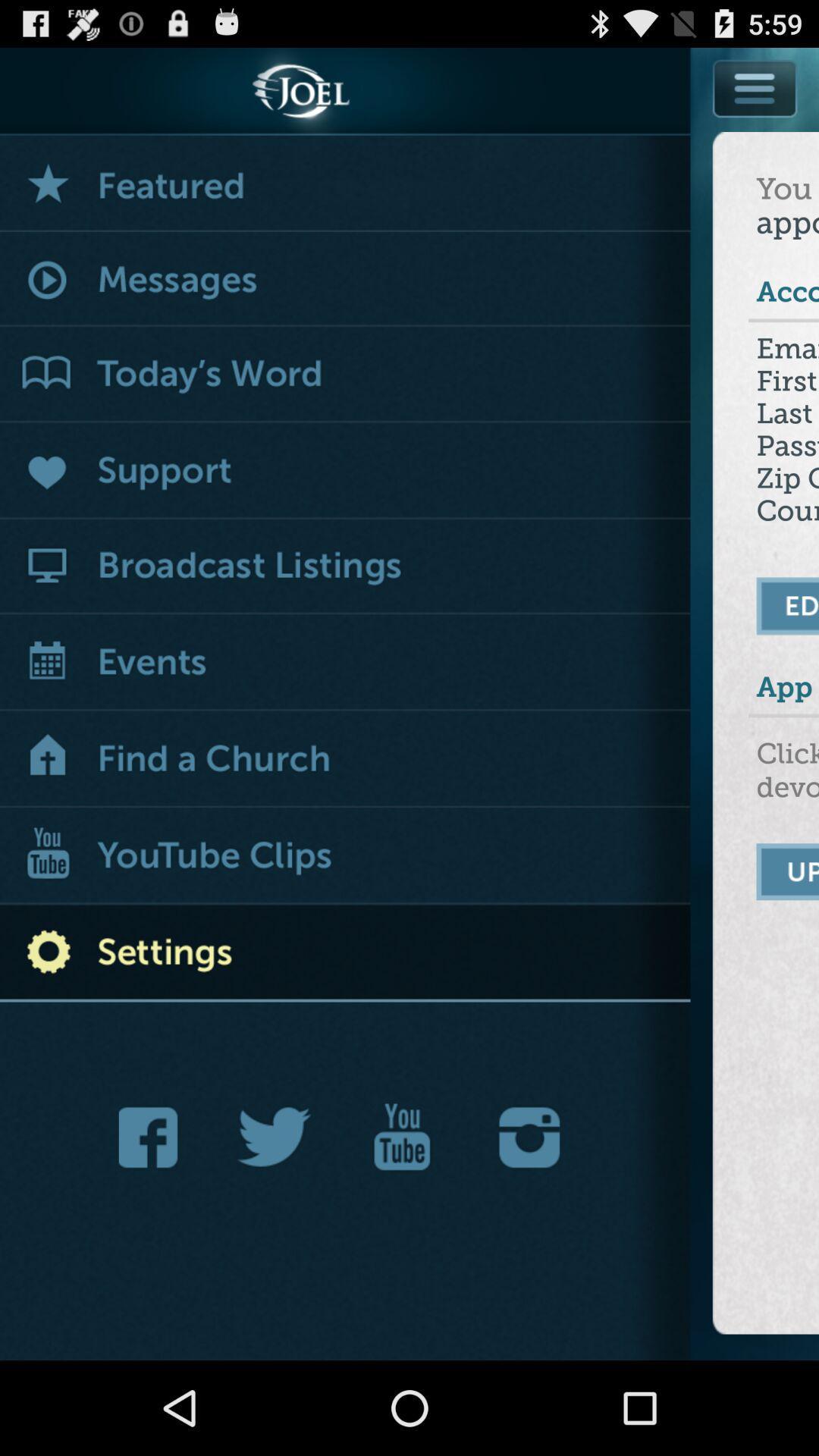 This screenshot has width=819, height=1456. What do you see at coordinates (787, 605) in the screenshot?
I see `edit account details` at bounding box center [787, 605].